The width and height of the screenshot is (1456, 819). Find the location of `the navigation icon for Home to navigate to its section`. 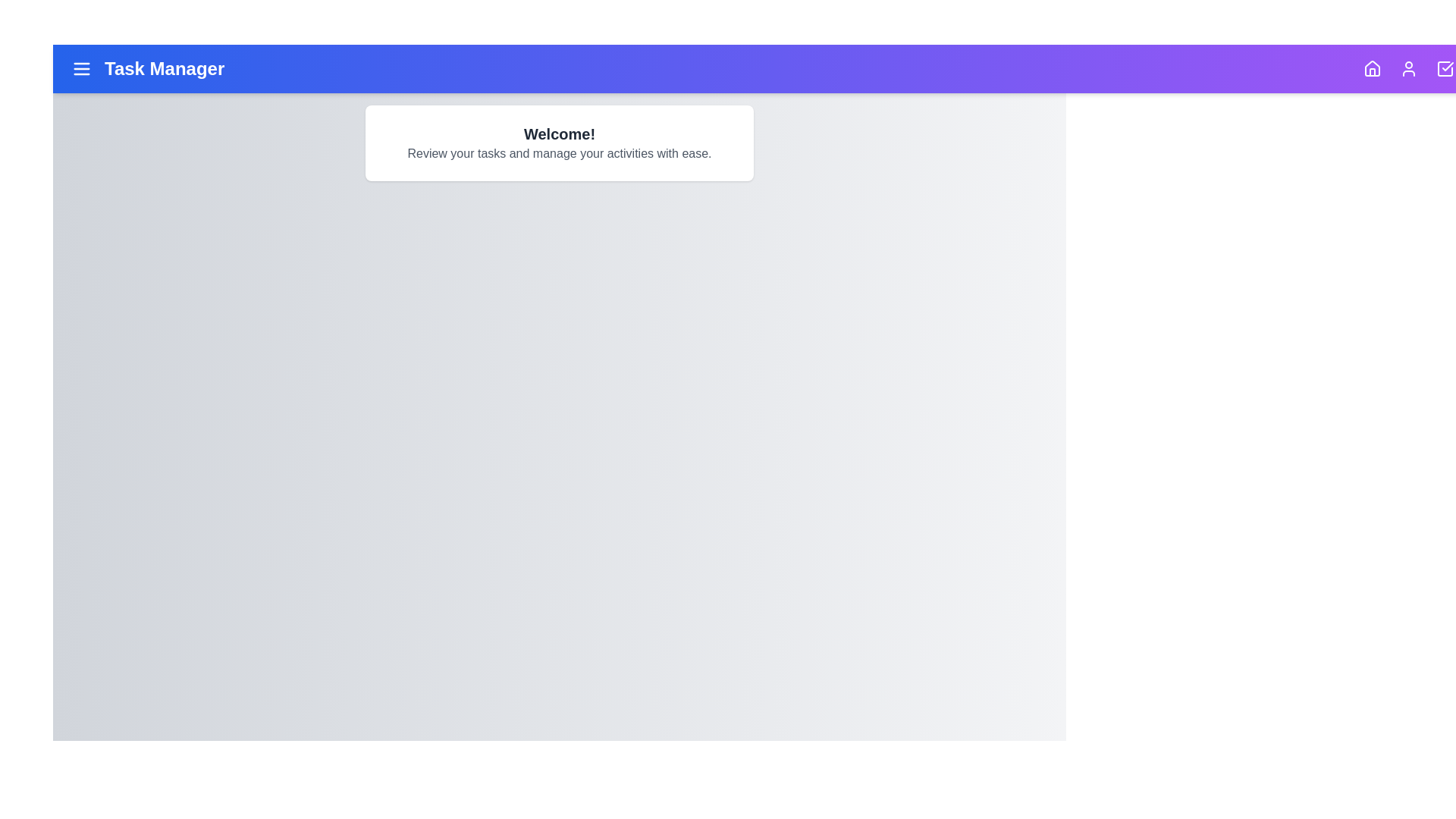

the navigation icon for Home to navigate to its section is located at coordinates (1372, 69).